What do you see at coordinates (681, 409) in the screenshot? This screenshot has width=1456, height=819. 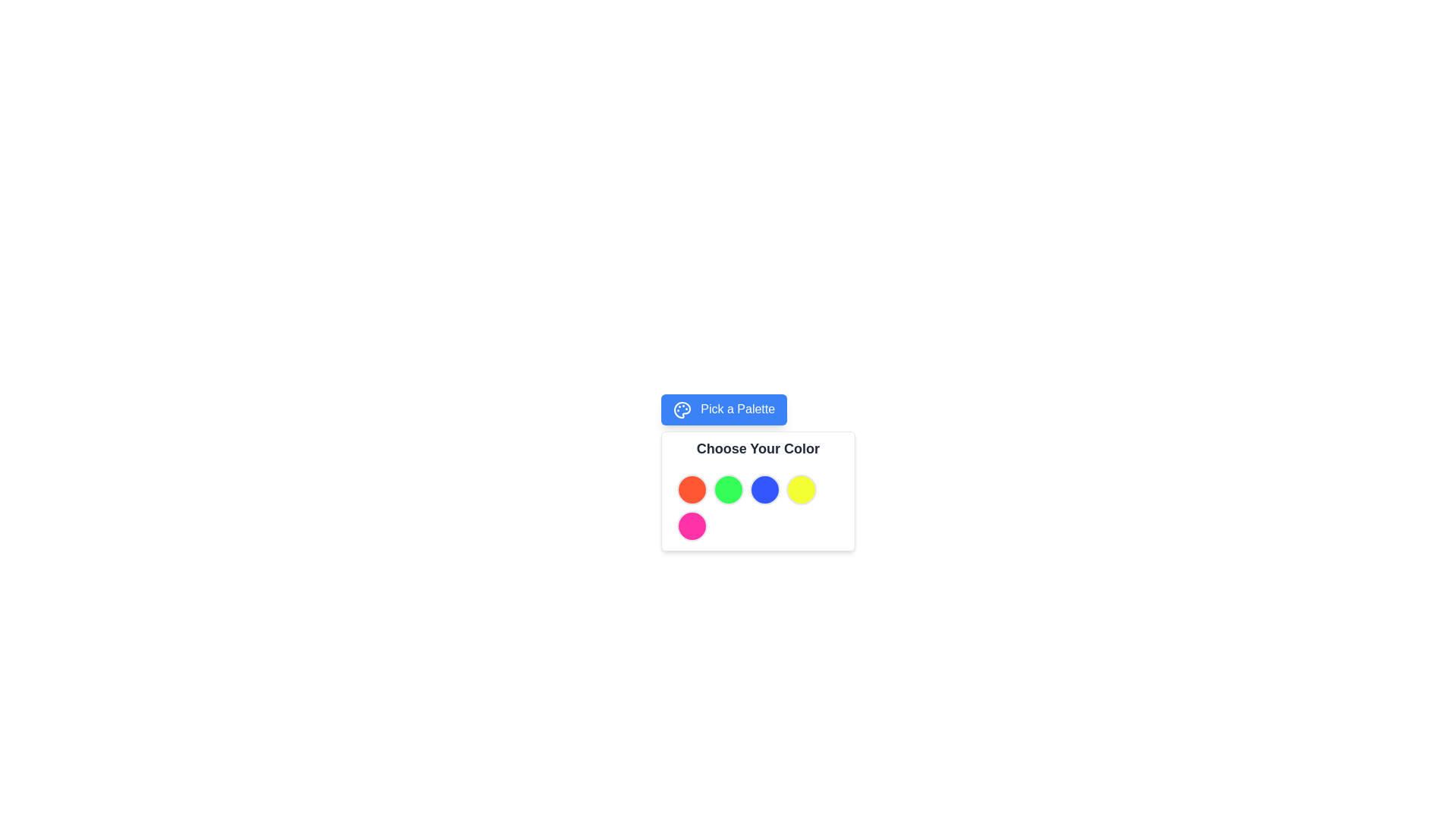 I see `the circular SVG icon resembling a color palette located inside the blue button labeled 'Pick a Palette'` at bounding box center [681, 409].